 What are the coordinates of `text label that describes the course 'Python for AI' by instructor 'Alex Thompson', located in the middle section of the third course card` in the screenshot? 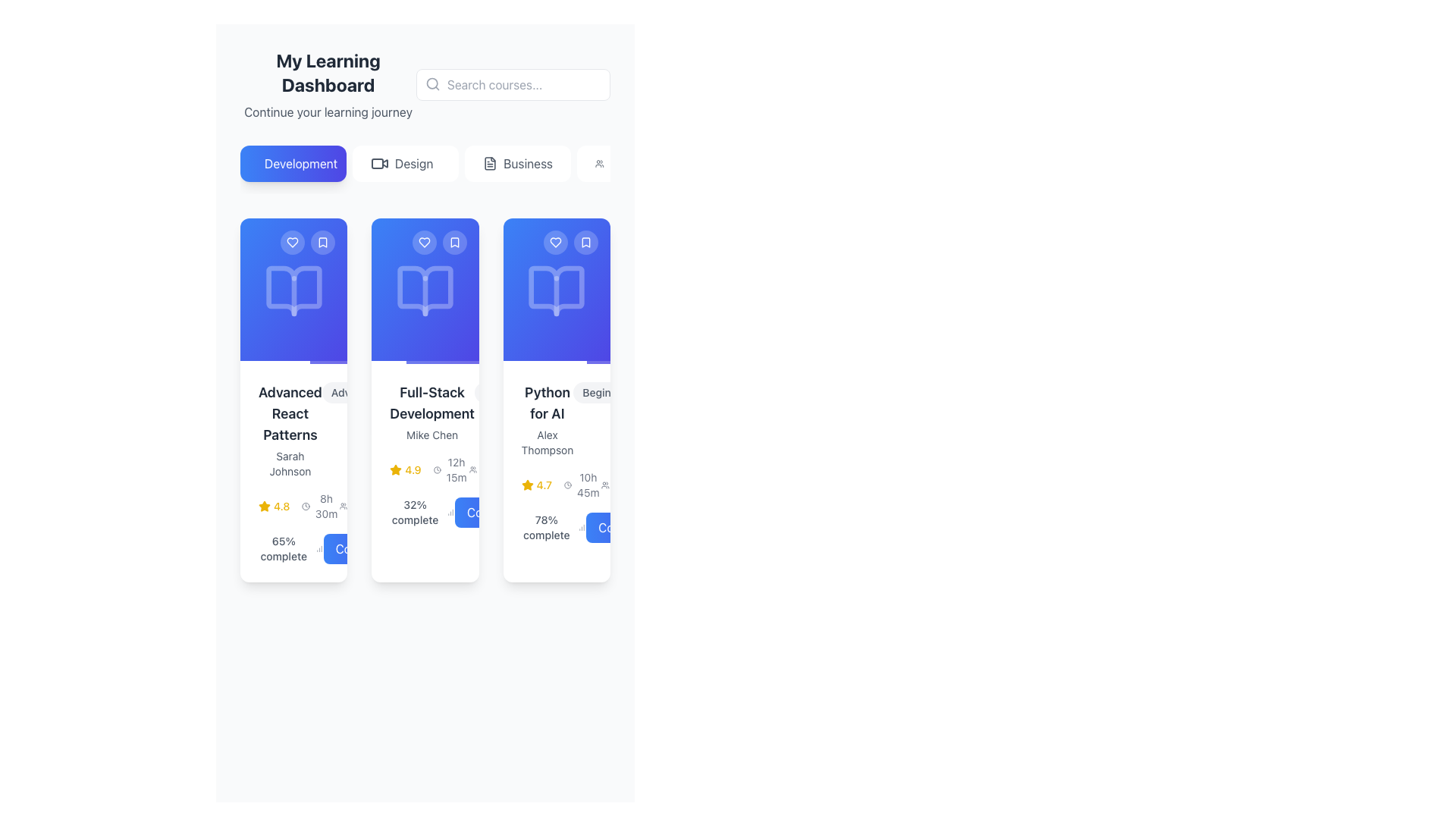 It's located at (546, 420).